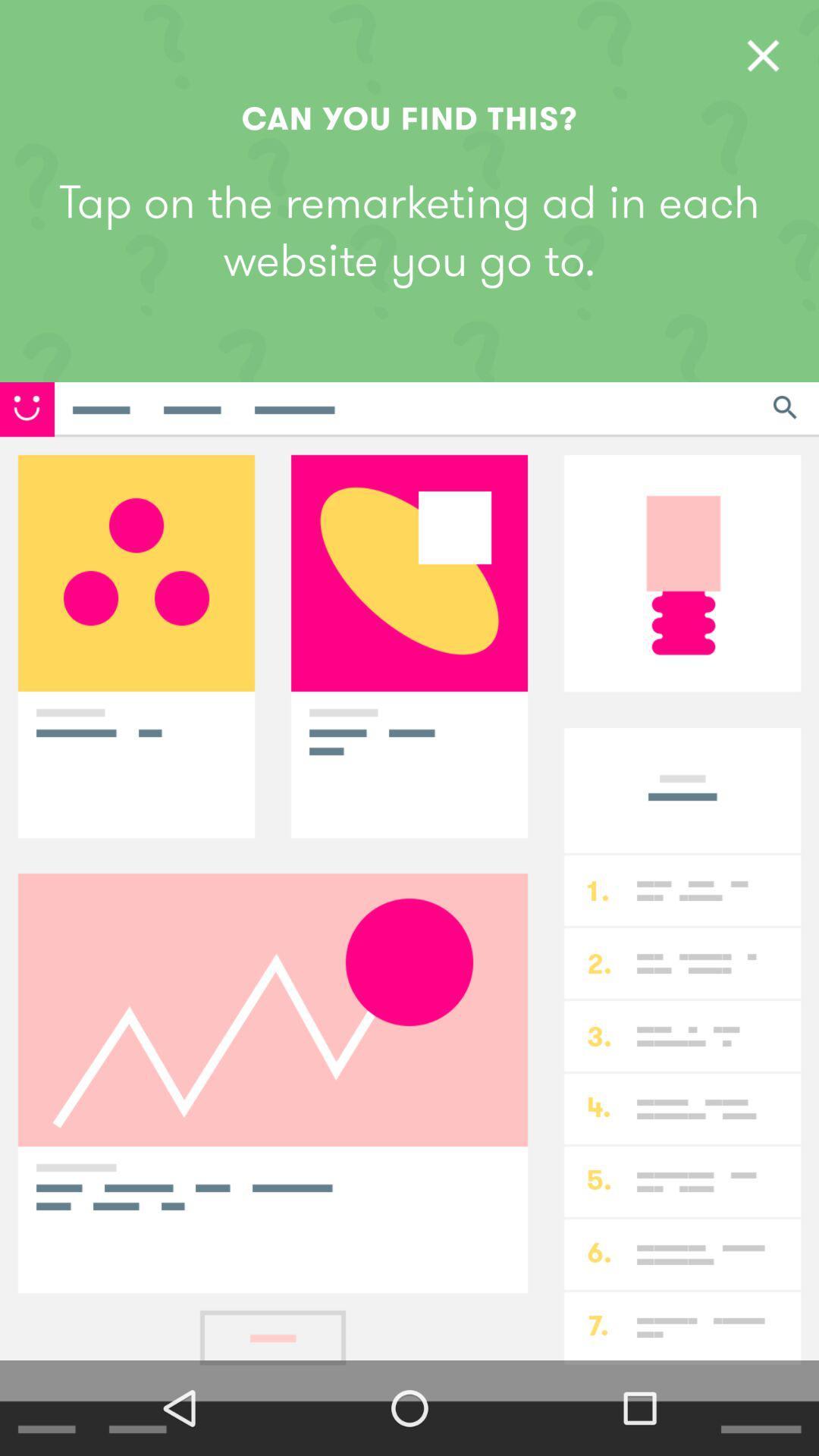  What do you see at coordinates (763, 55) in the screenshot?
I see `the close icon` at bounding box center [763, 55].